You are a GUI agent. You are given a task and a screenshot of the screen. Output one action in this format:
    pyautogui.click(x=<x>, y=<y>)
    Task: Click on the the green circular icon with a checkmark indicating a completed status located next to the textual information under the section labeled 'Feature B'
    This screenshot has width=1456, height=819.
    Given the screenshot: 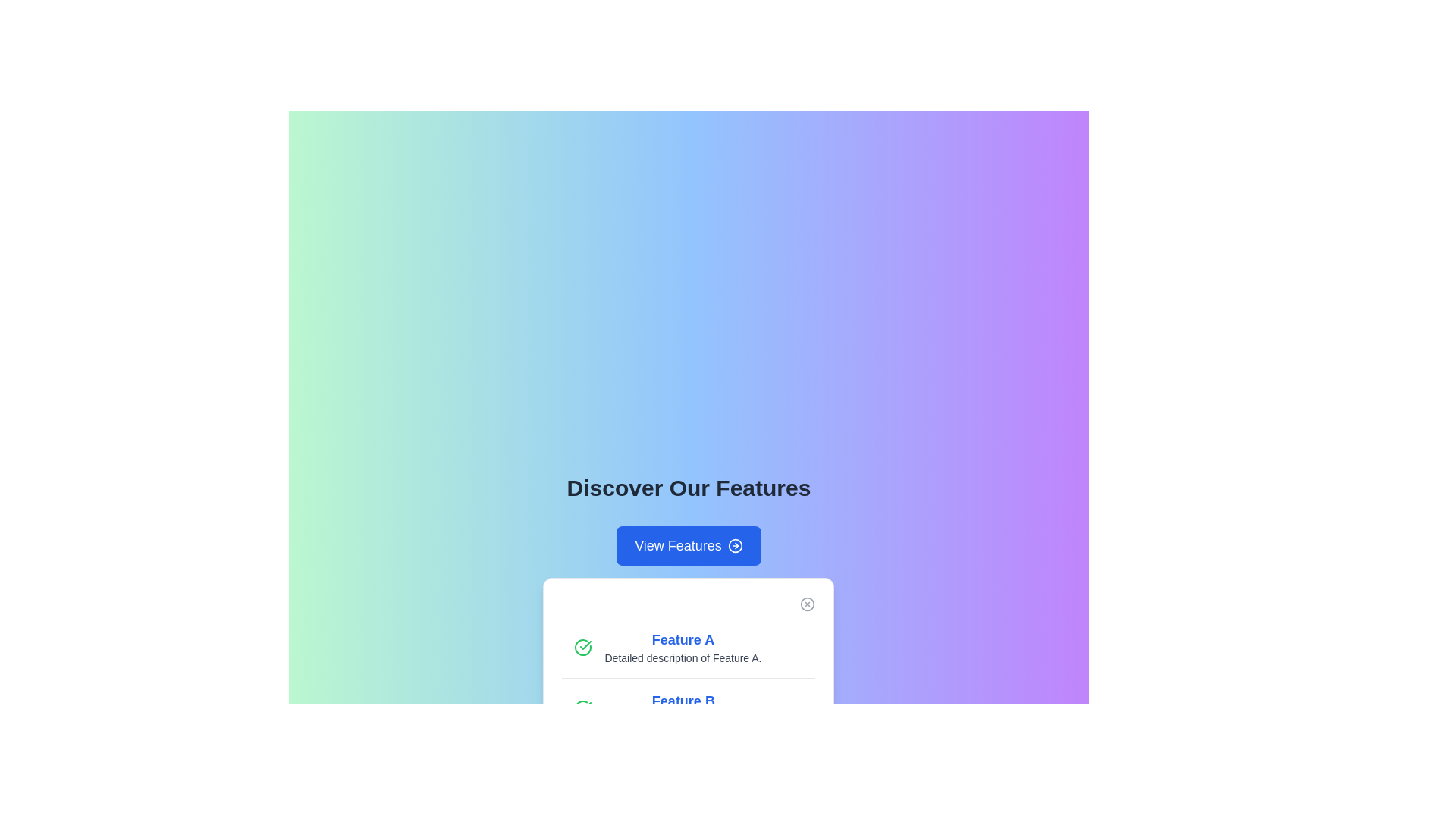 What is the action you would take?
    pyautogui.click(x=582, y=708)
    